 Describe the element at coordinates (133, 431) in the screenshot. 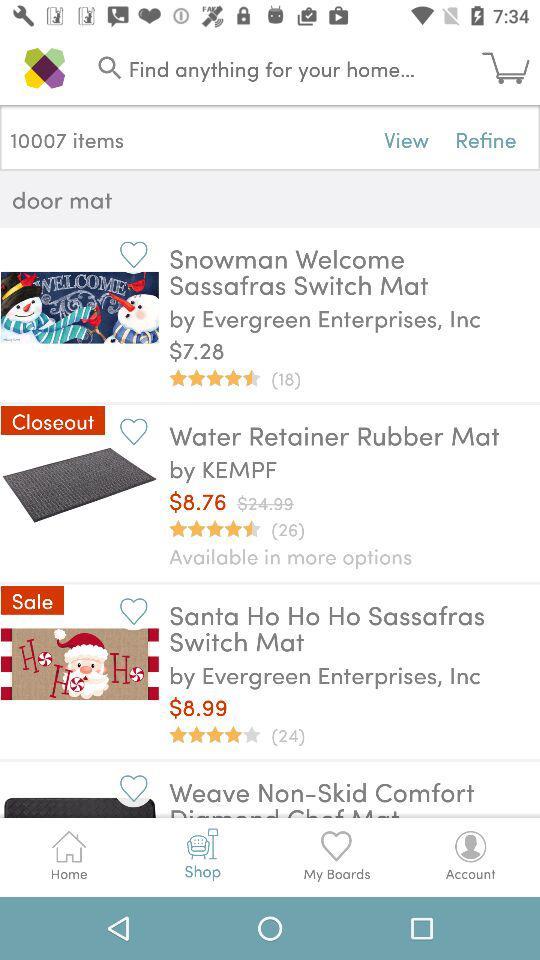

I see `favorite icon which is after closeout option` at that location.